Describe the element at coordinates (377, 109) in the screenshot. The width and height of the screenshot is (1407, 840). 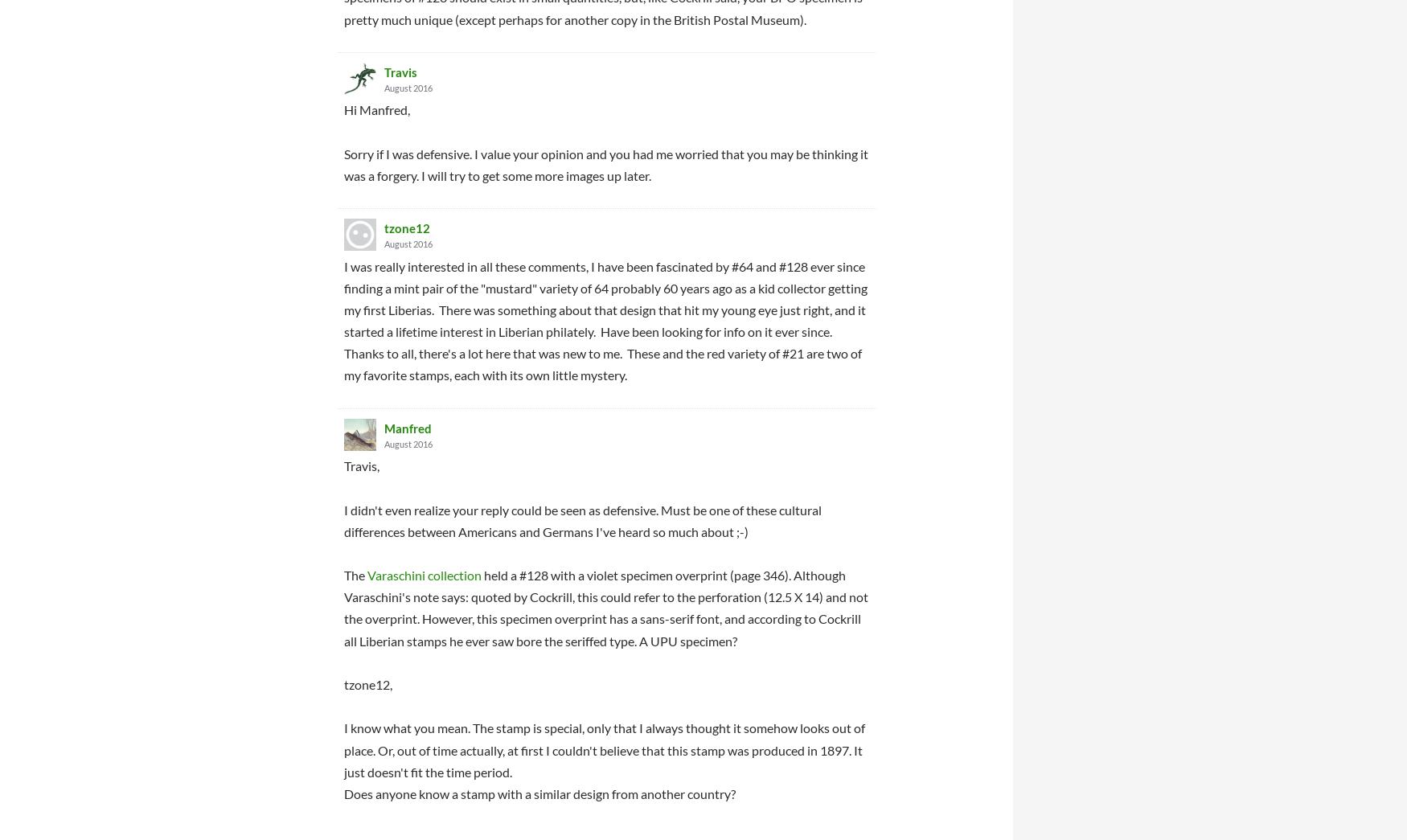
I see `'Hi Manfred,'` at that location.